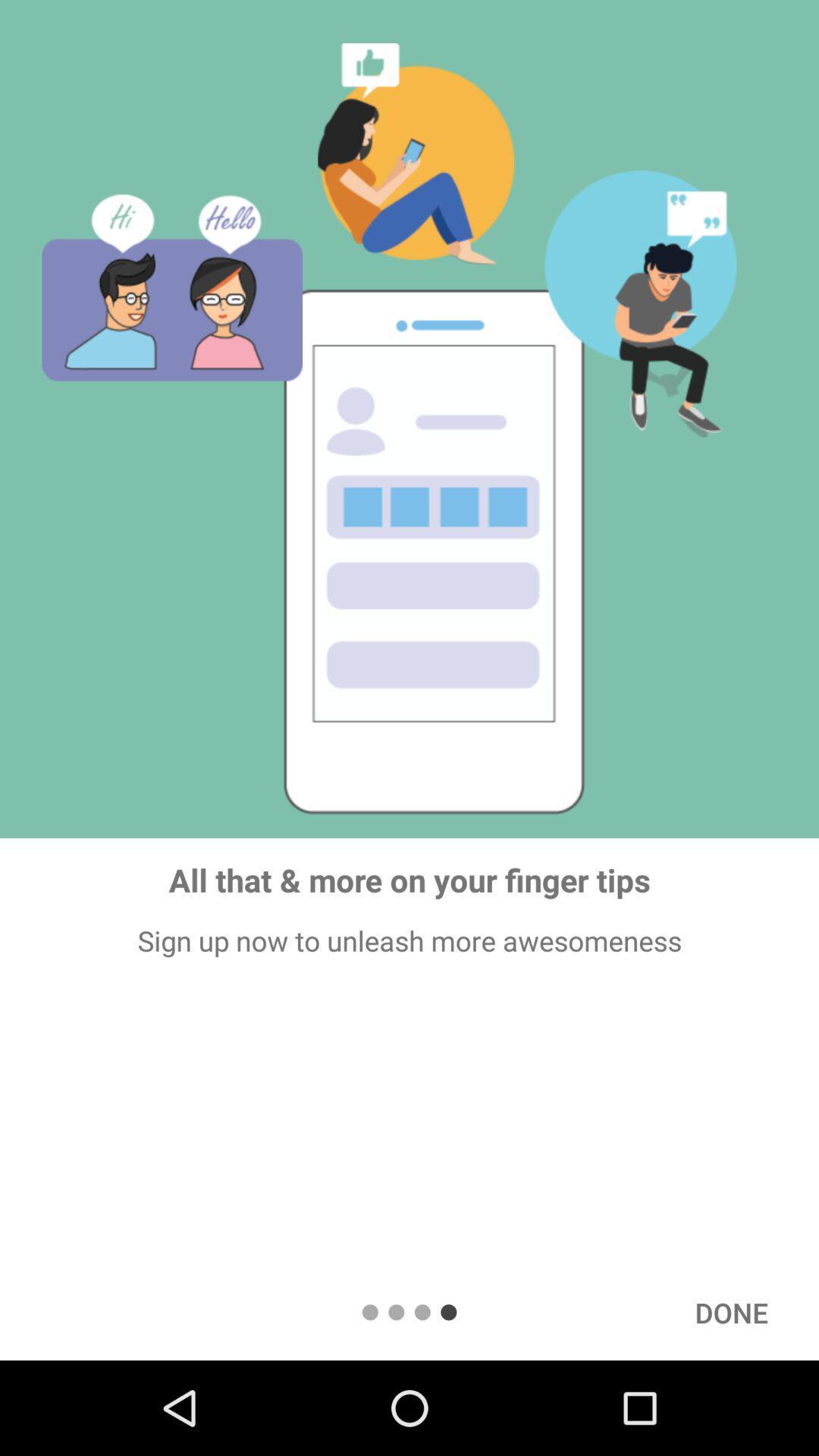 This screenshot has height=1456, width=819. I want to click on item below sign up now icon, so click(730, 1312).